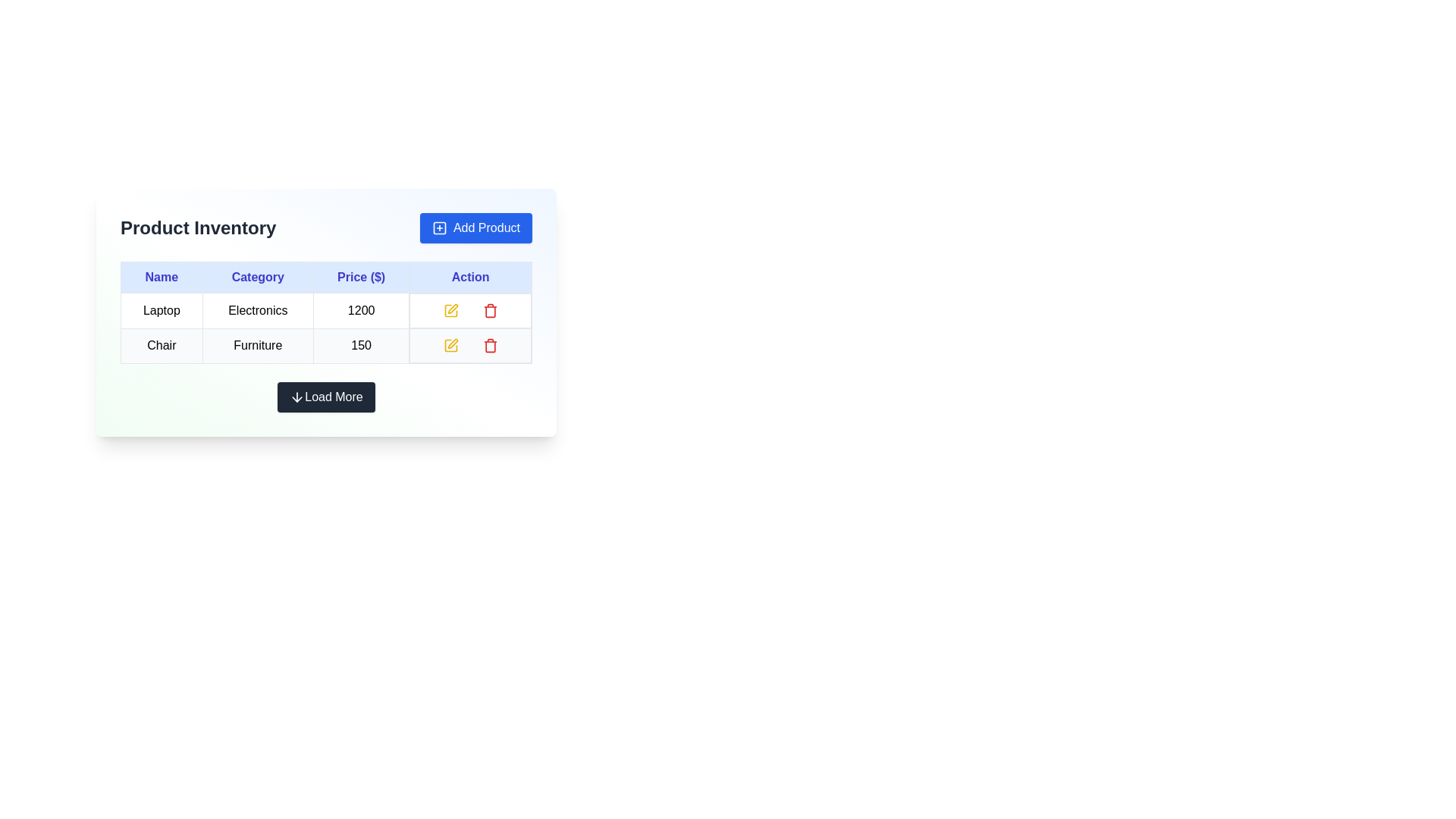 This screenshot has height=819, width=1456. I want to click on the edit button in the second row of the 'Action' column for the 'Chair' entry in the 'Product Inventory' table, so click(450, 309).